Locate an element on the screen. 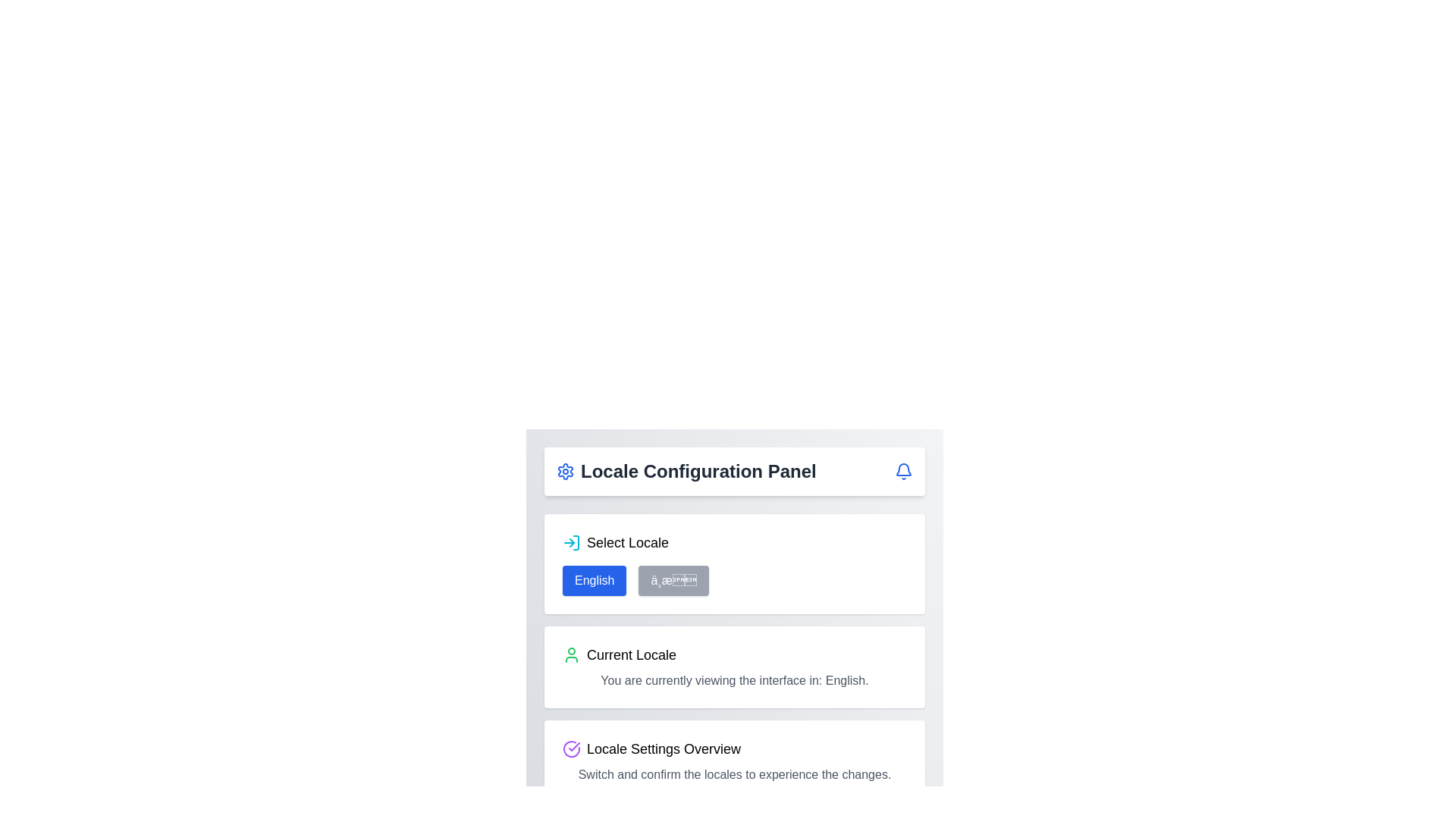 This screenshot has height=819, width=1456. the blue gear icon located at the top-left corner of the header labeled 'Locale Configuration Panel' is located at coordinates (564, 470).